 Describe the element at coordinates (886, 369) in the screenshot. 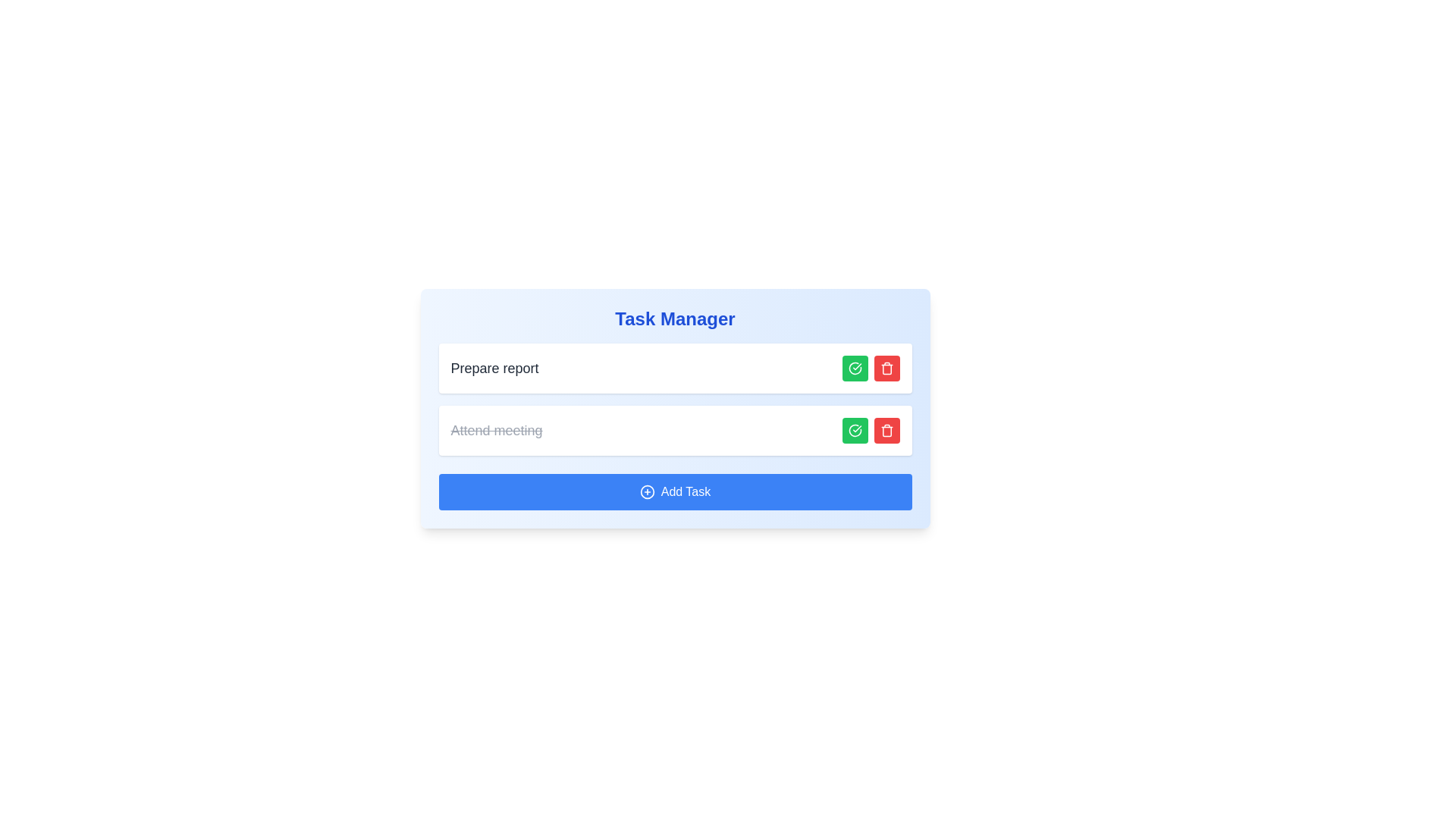

I see `the red delete button with a trash icon located on the right side of the task item row titled 'Prepare report'` at that location.